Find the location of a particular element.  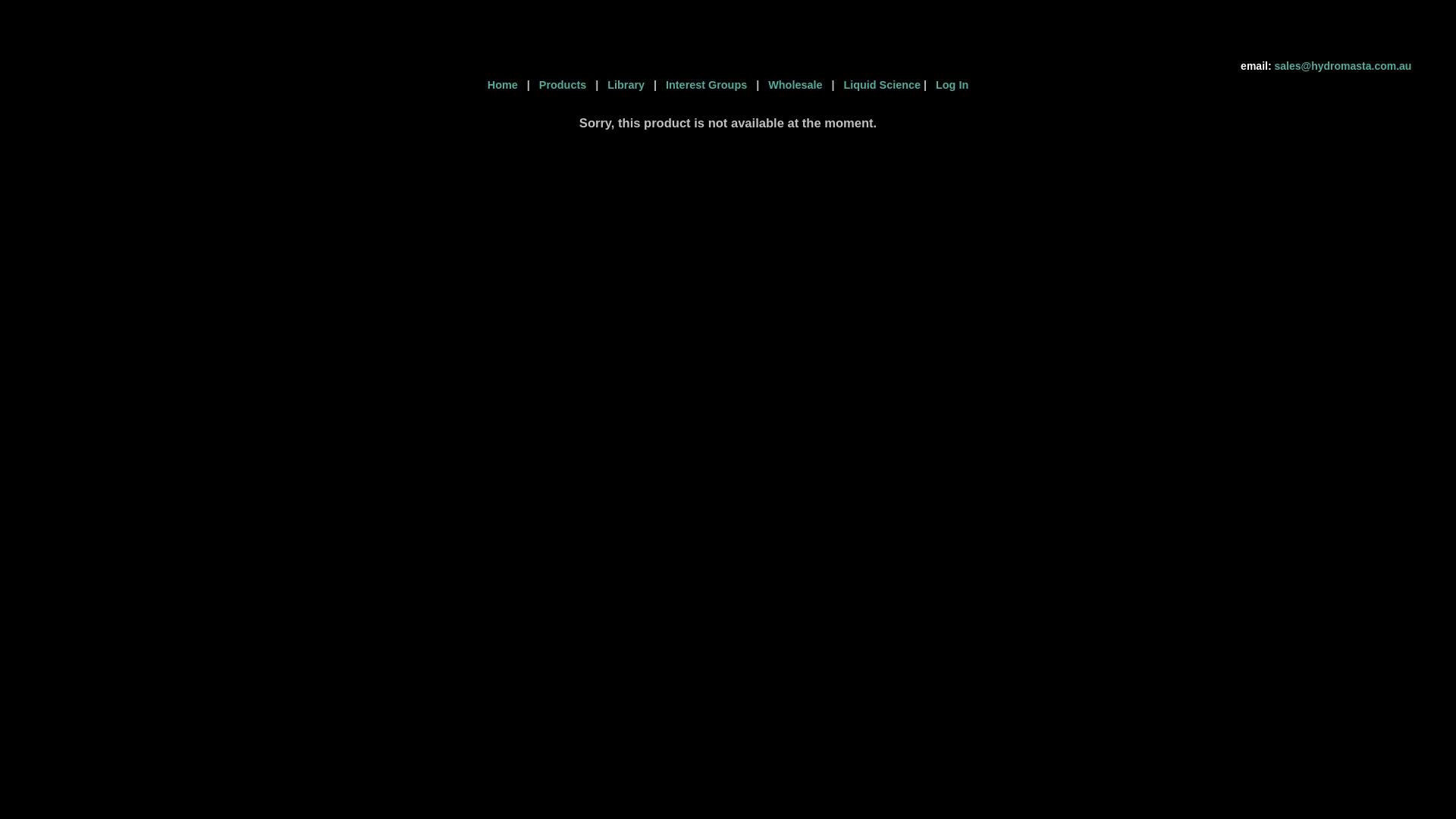

'  Wholesale  ' is located at coordinates (794, 84).